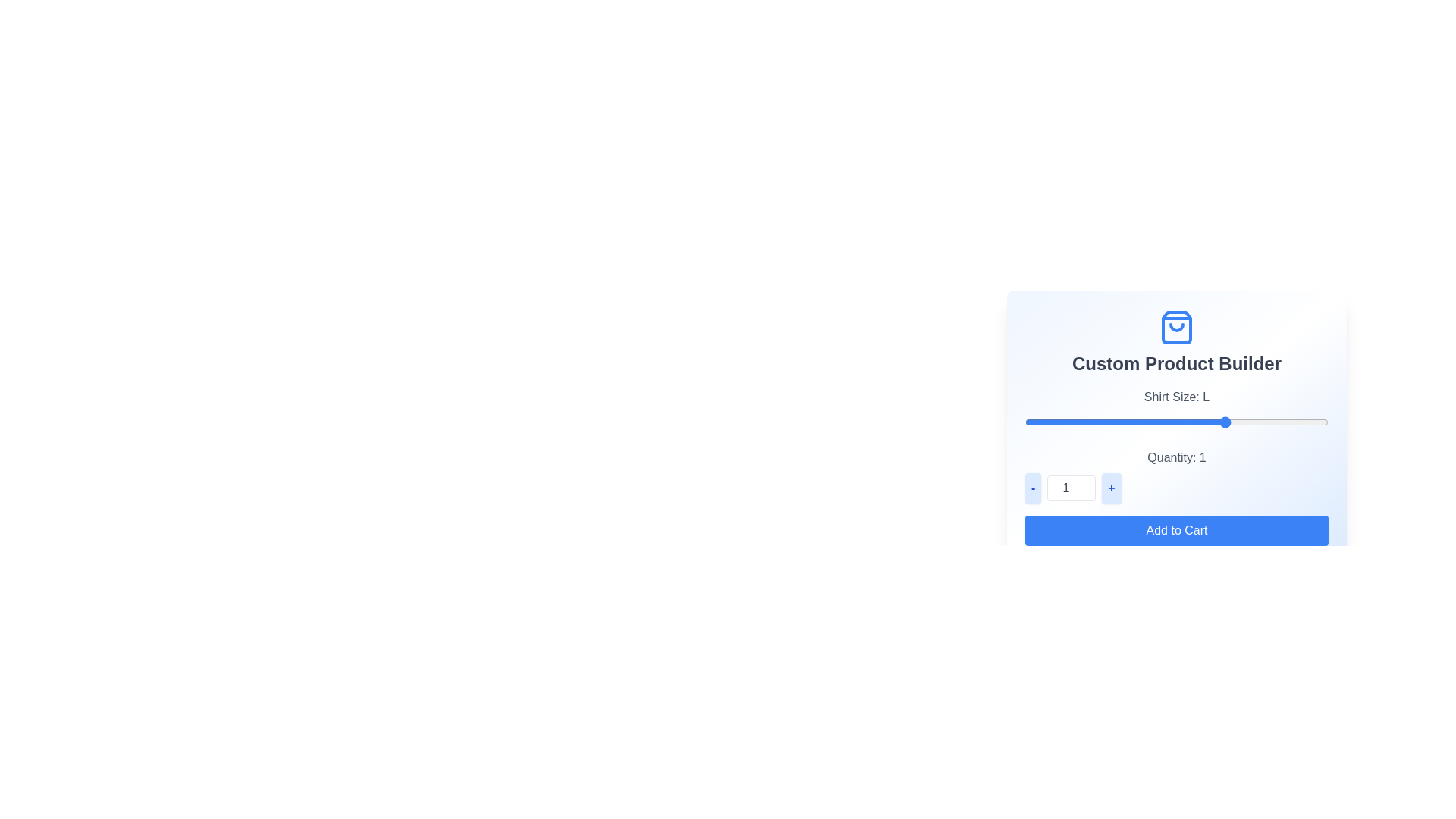 This screenshot has width=1456, height=819. I want to click on the topmost visual part of the shopping bag icon, which has a blue outline and slight shading, located above the heading 'Custom Product Builder', so click(1175, 327).